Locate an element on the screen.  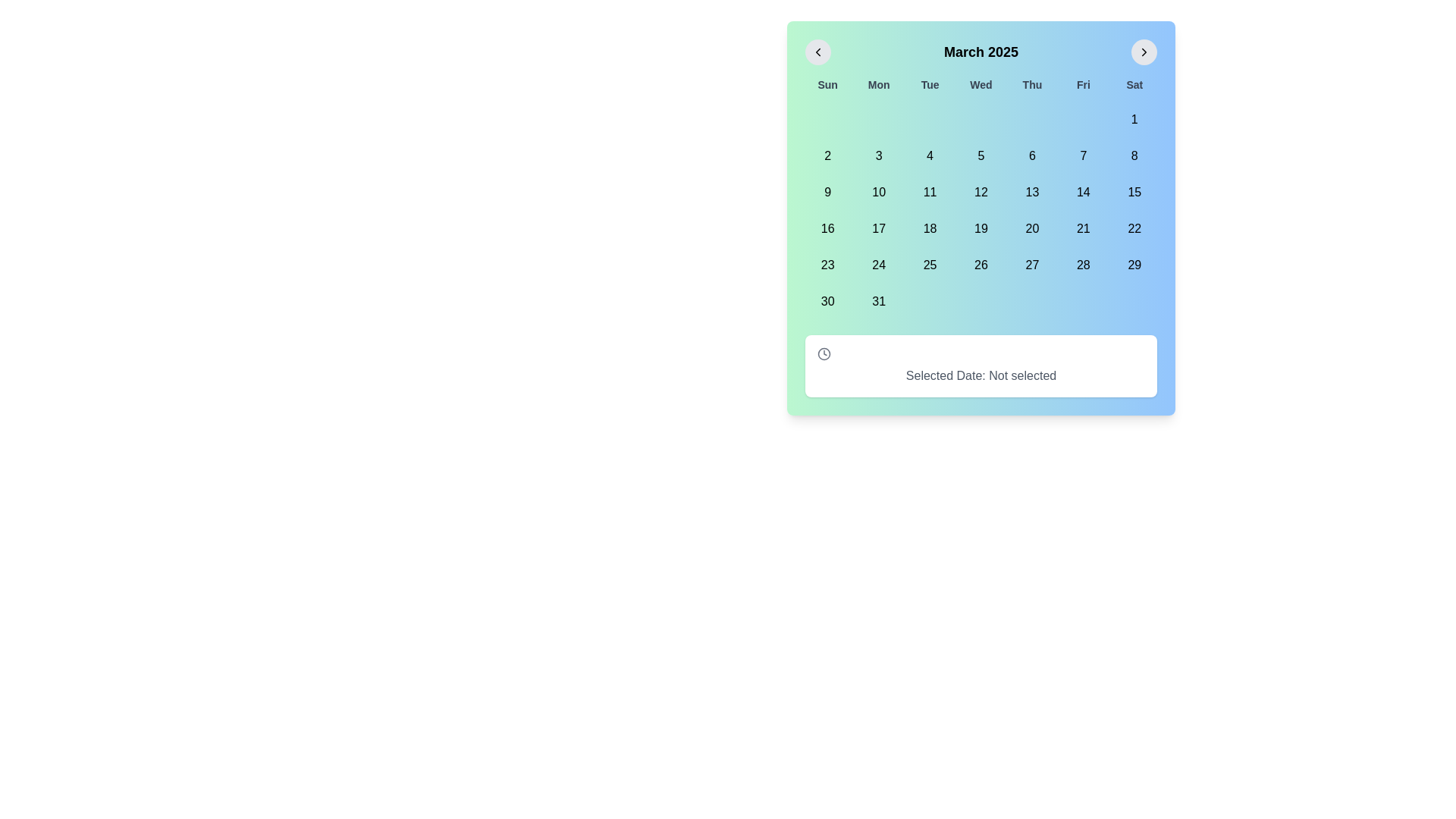
the date button representing '18' in the calendar interface is located at coordinates (929, 228).